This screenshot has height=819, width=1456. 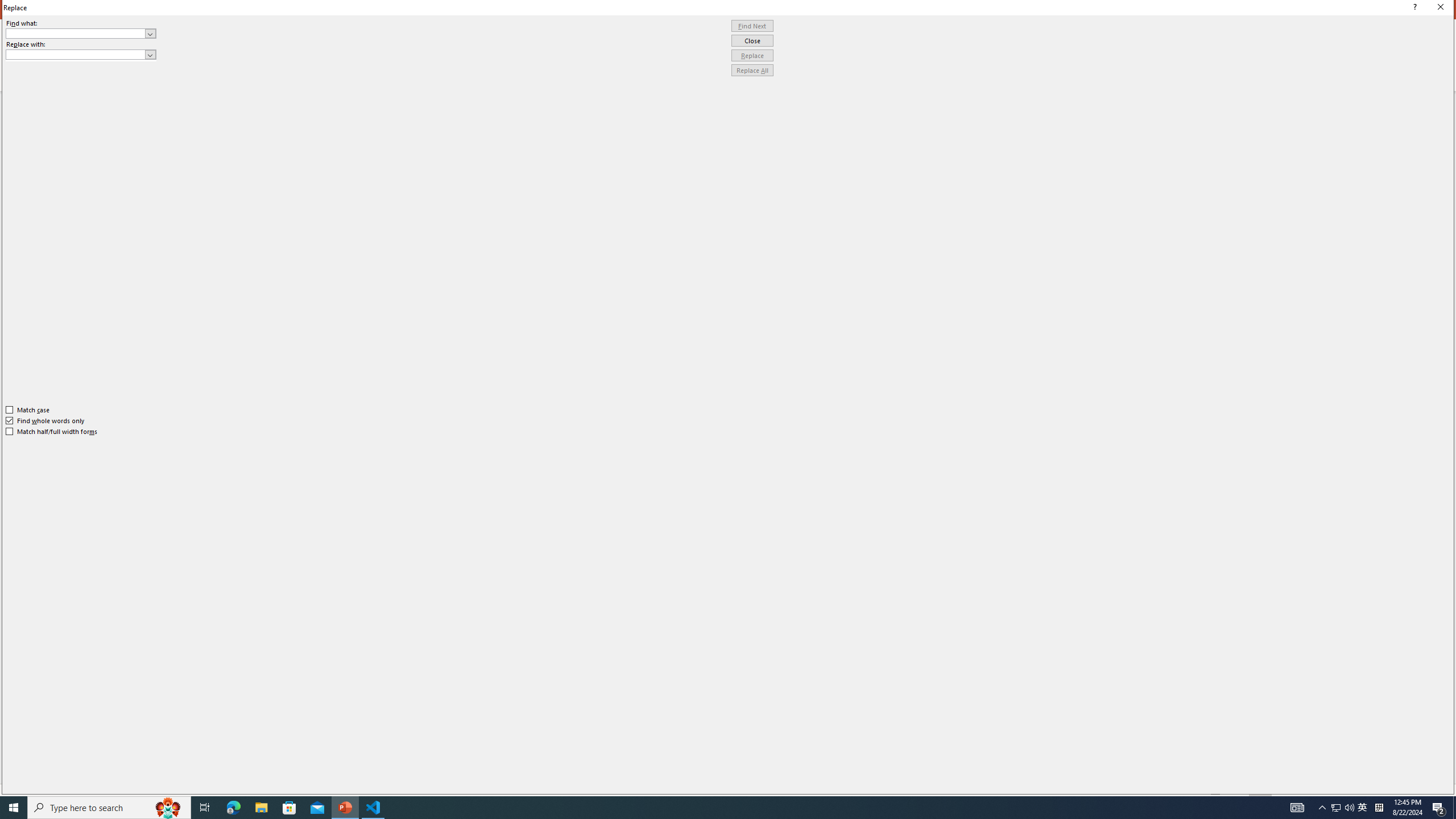 What do you see at coordinates (81, 54) in the screenshot?
I see `'Replace with'` at bounding box center [81, 54].